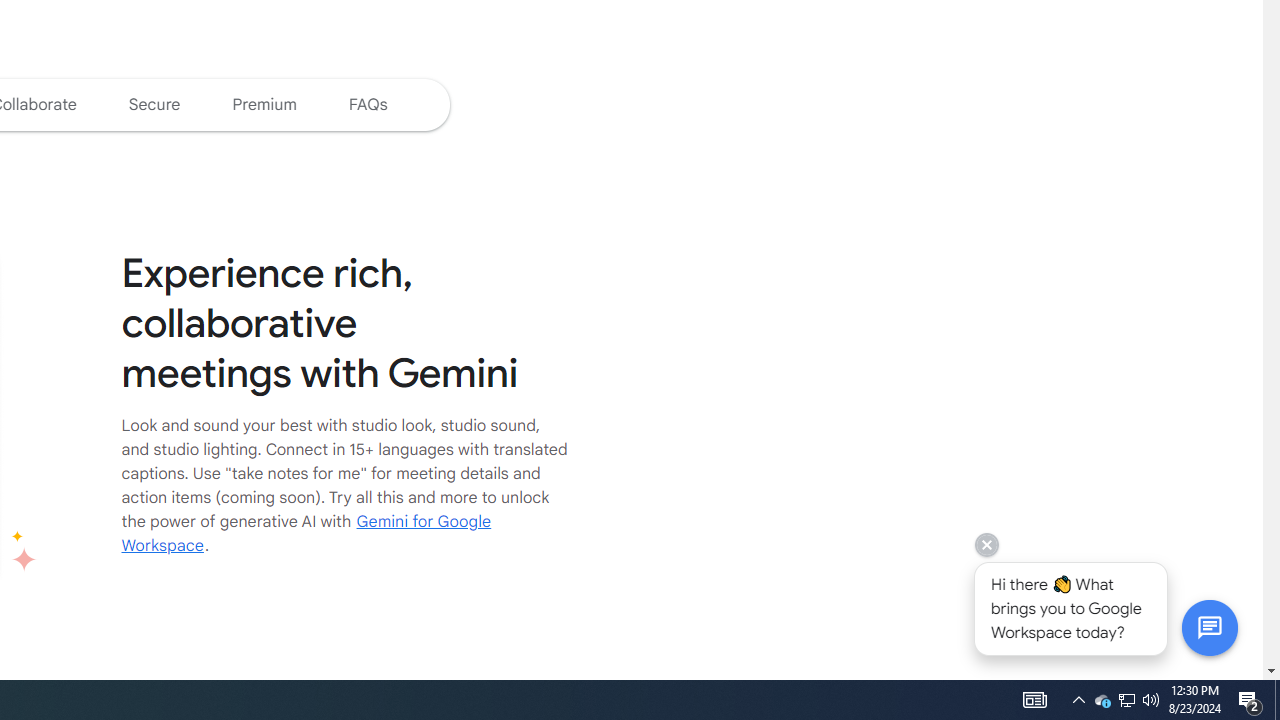 Image resolution: width=1280 pixels, height=720 pixels. Describe the element at coordinates (263, 104) in the screenshot. I see `'Jump to the premium section of the page'` at that location.